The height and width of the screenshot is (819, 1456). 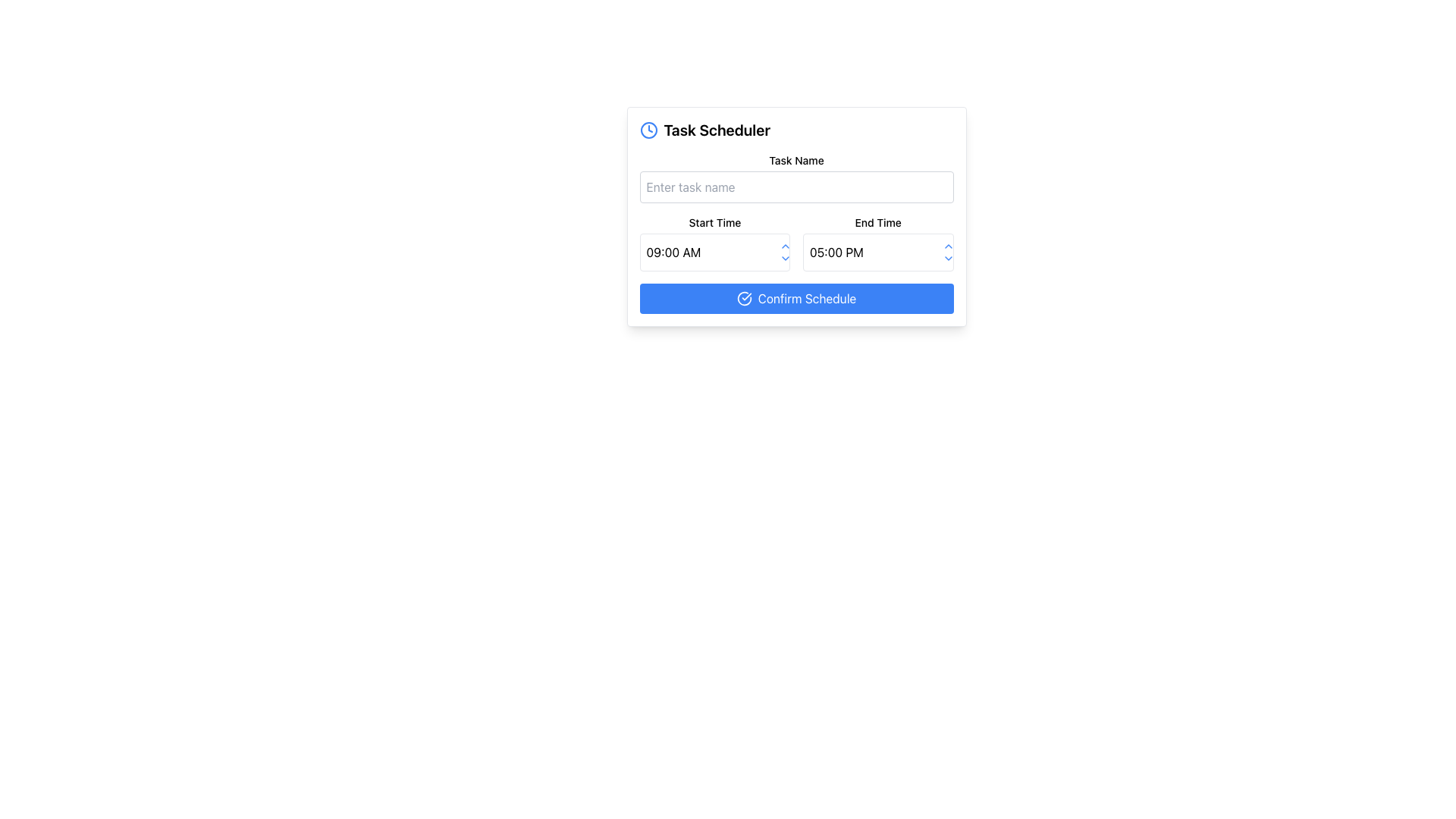 What do you see at coordinates (795, 298) in the screenshot?
I see `the confirmation button located in the 'Task Scheduler' section` at bounding box center [795, 298].